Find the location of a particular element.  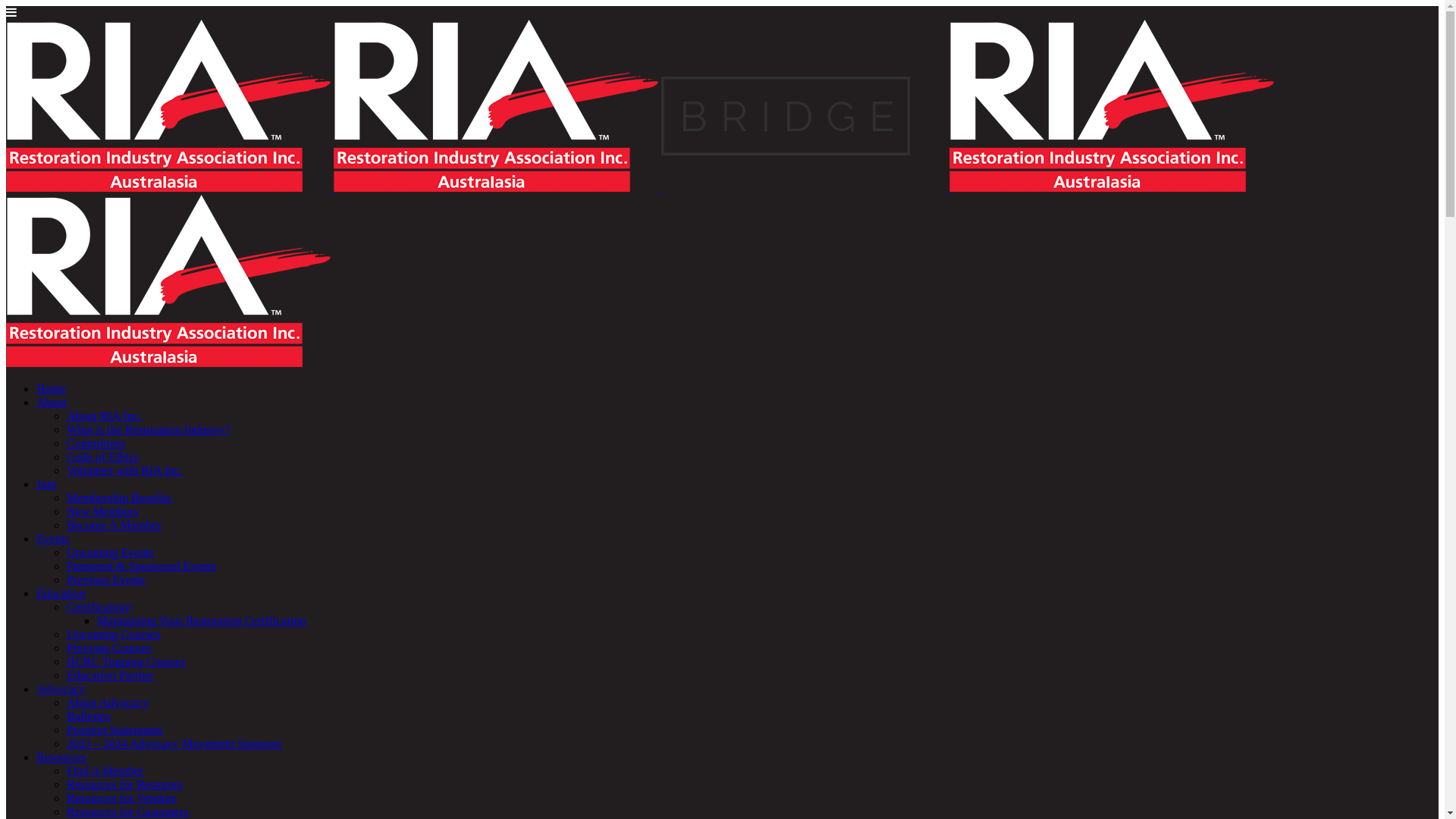

'Partnered & Sponsored Events' is located at coordinates (141, 566).